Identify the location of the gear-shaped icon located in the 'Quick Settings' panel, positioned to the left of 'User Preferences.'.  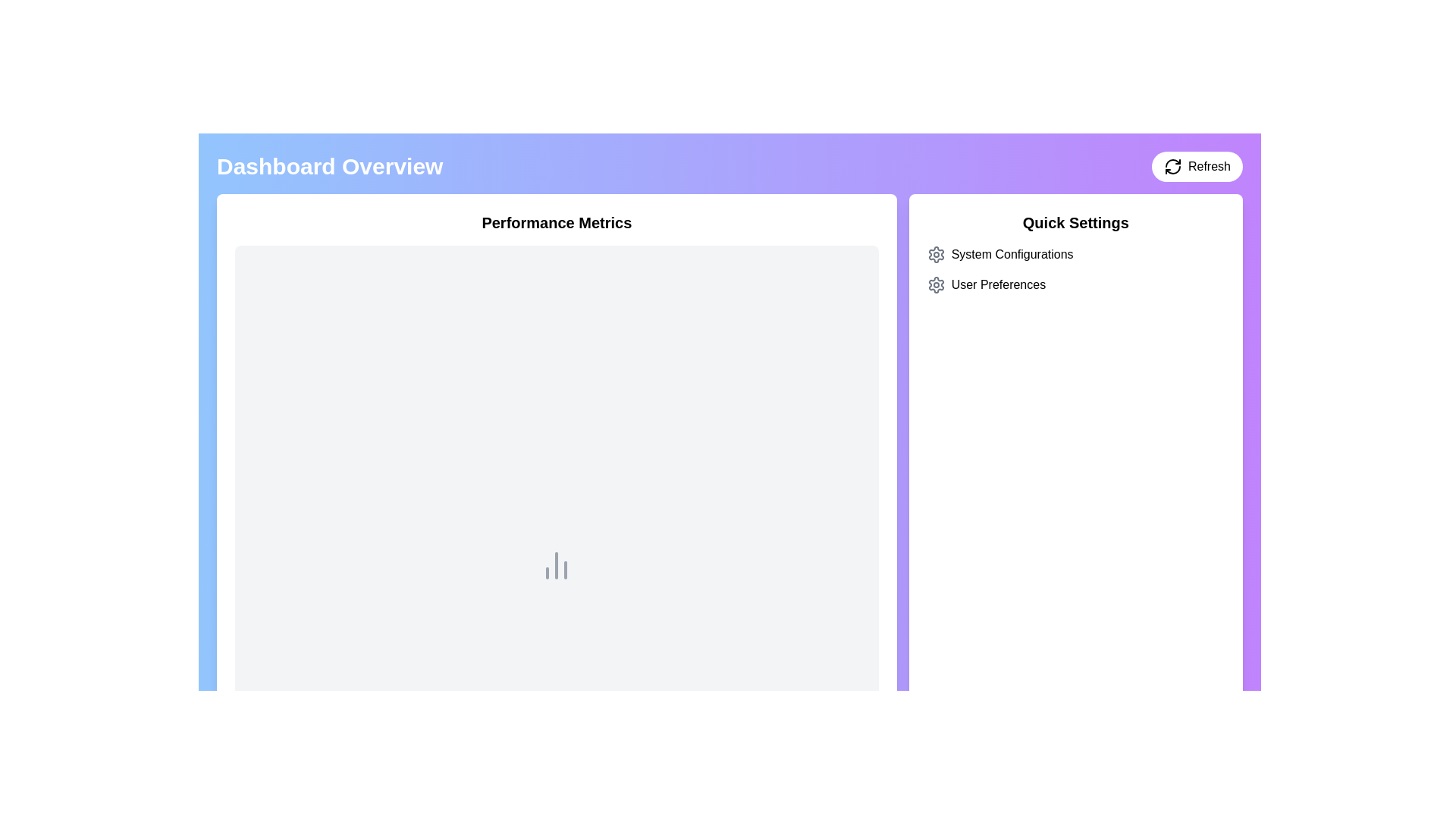
(935, 253).